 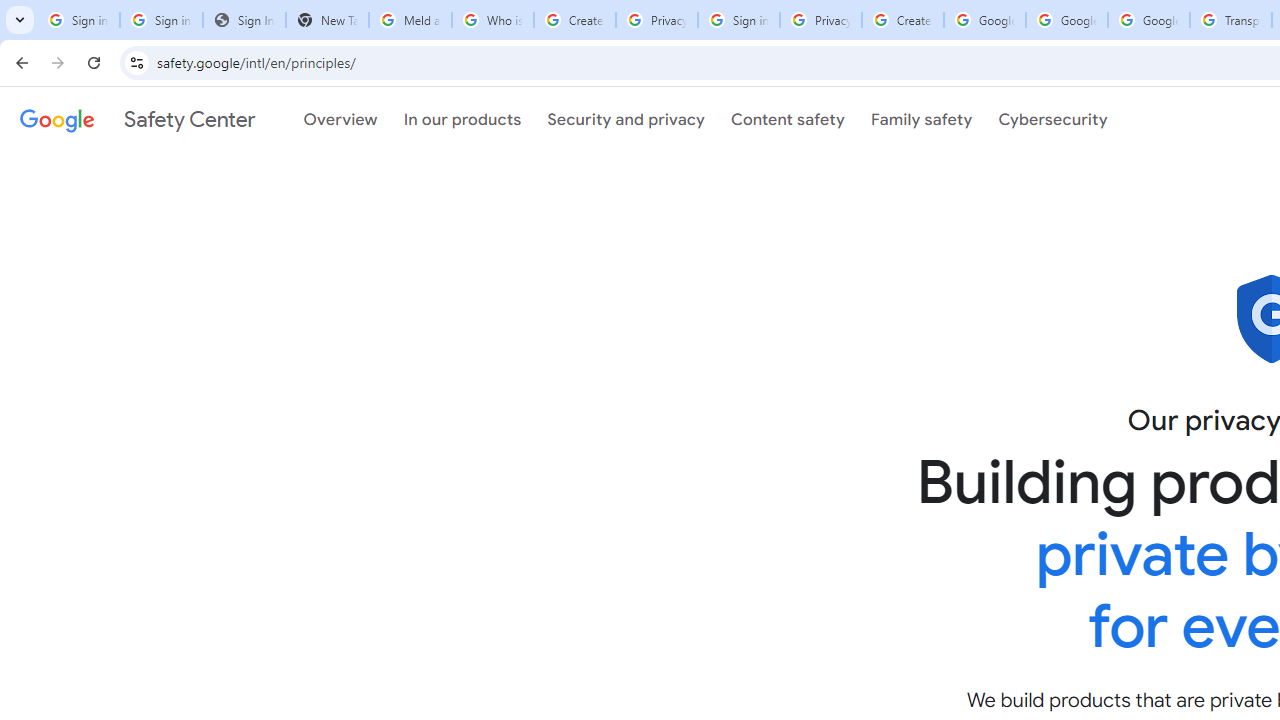 What do you see at coordinates (492, 20) in the screenshot?
I see `'Who is my administrator? - Google Account Help'` at bounding box center [492, 20].